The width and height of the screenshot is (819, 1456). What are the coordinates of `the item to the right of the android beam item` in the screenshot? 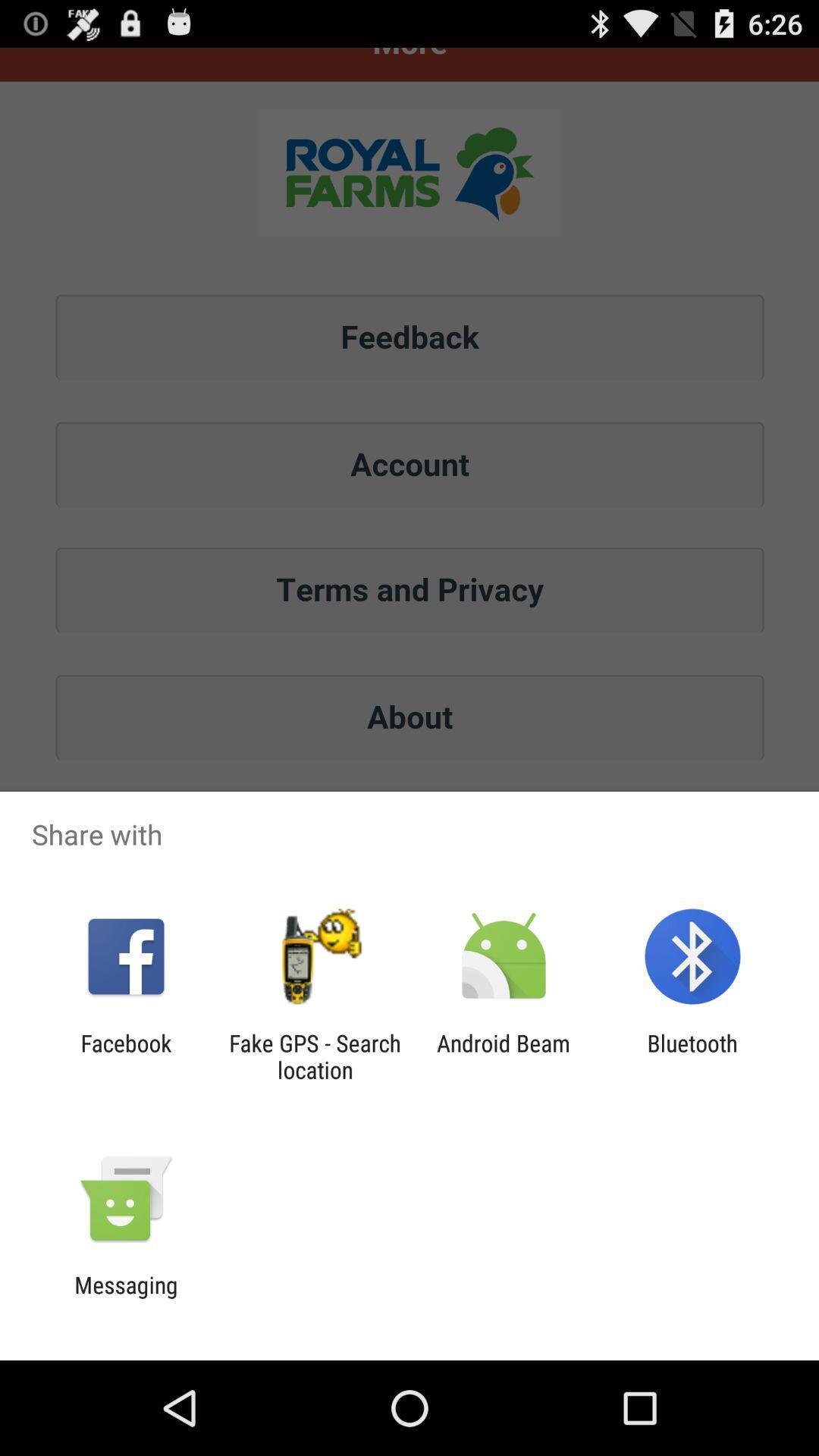 It's located at (692, 1056).